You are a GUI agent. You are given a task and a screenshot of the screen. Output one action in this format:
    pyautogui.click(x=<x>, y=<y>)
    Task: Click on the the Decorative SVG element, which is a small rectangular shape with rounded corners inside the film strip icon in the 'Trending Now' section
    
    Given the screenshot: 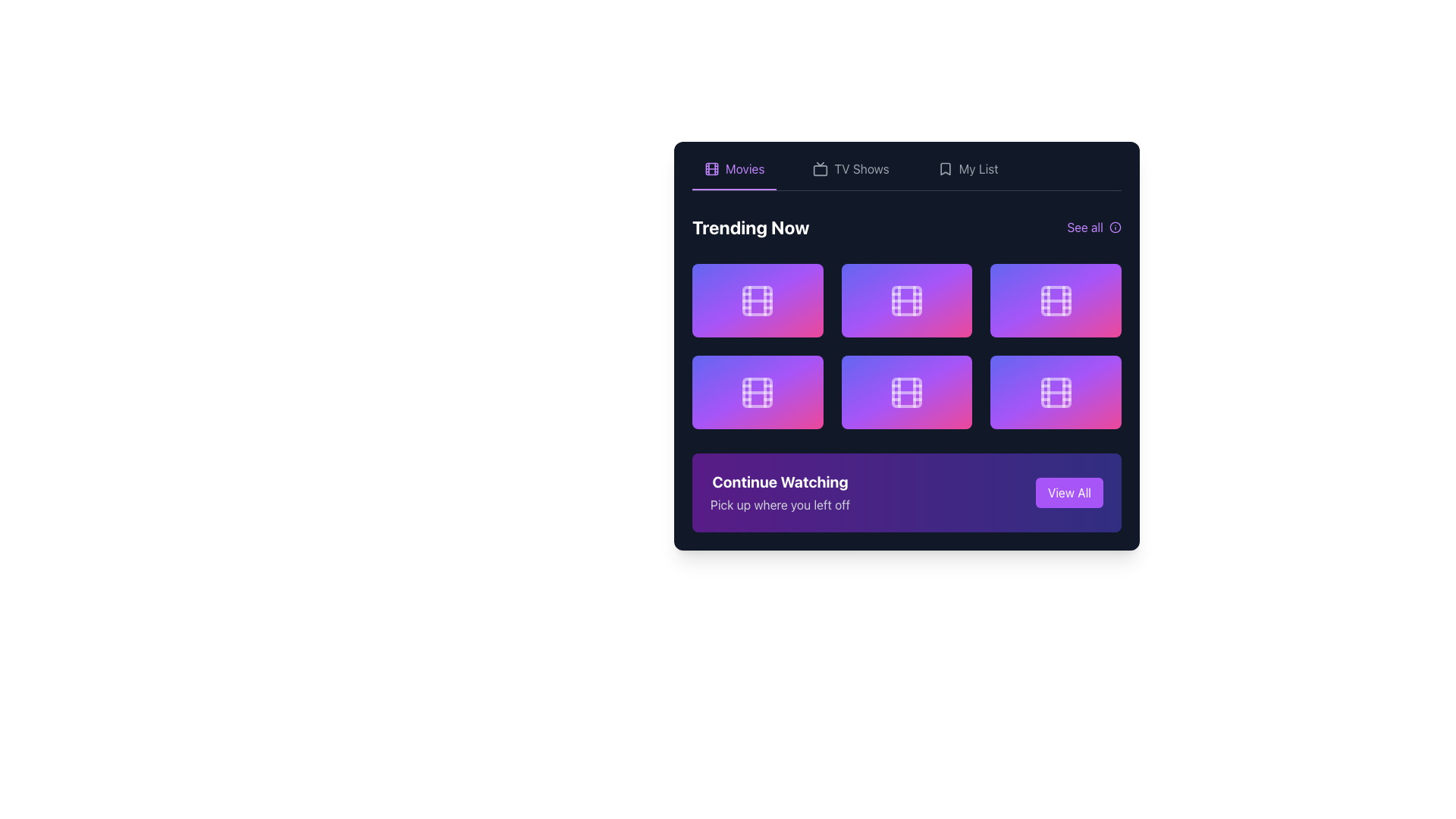 What is the action you would take?
    pyautogui.click(x=906, y=300)
    